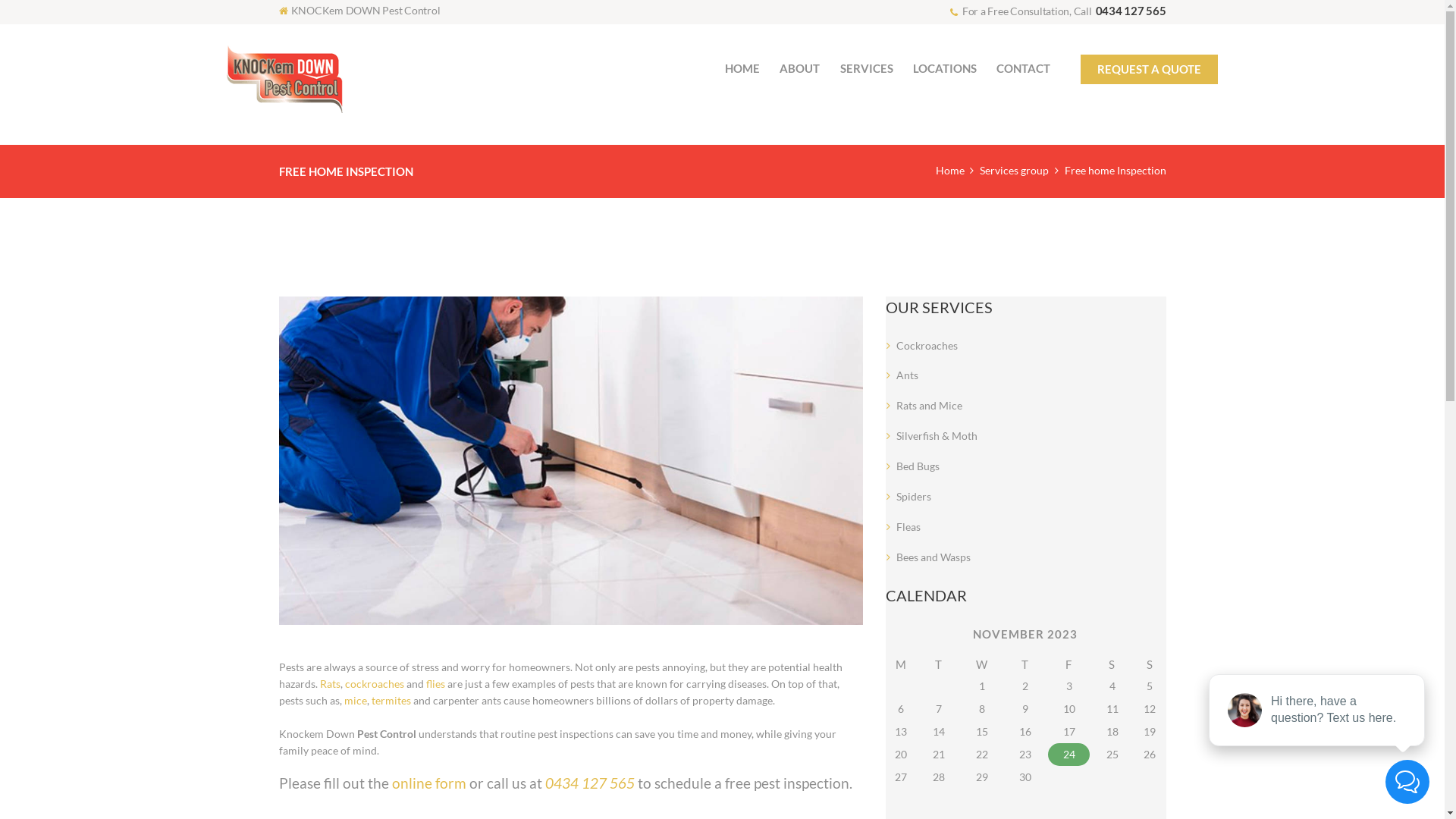 The image size is (1456, 819). Describe the element at coordinates (907, 375) in the screenshot. I see `'Ants'` at that location.